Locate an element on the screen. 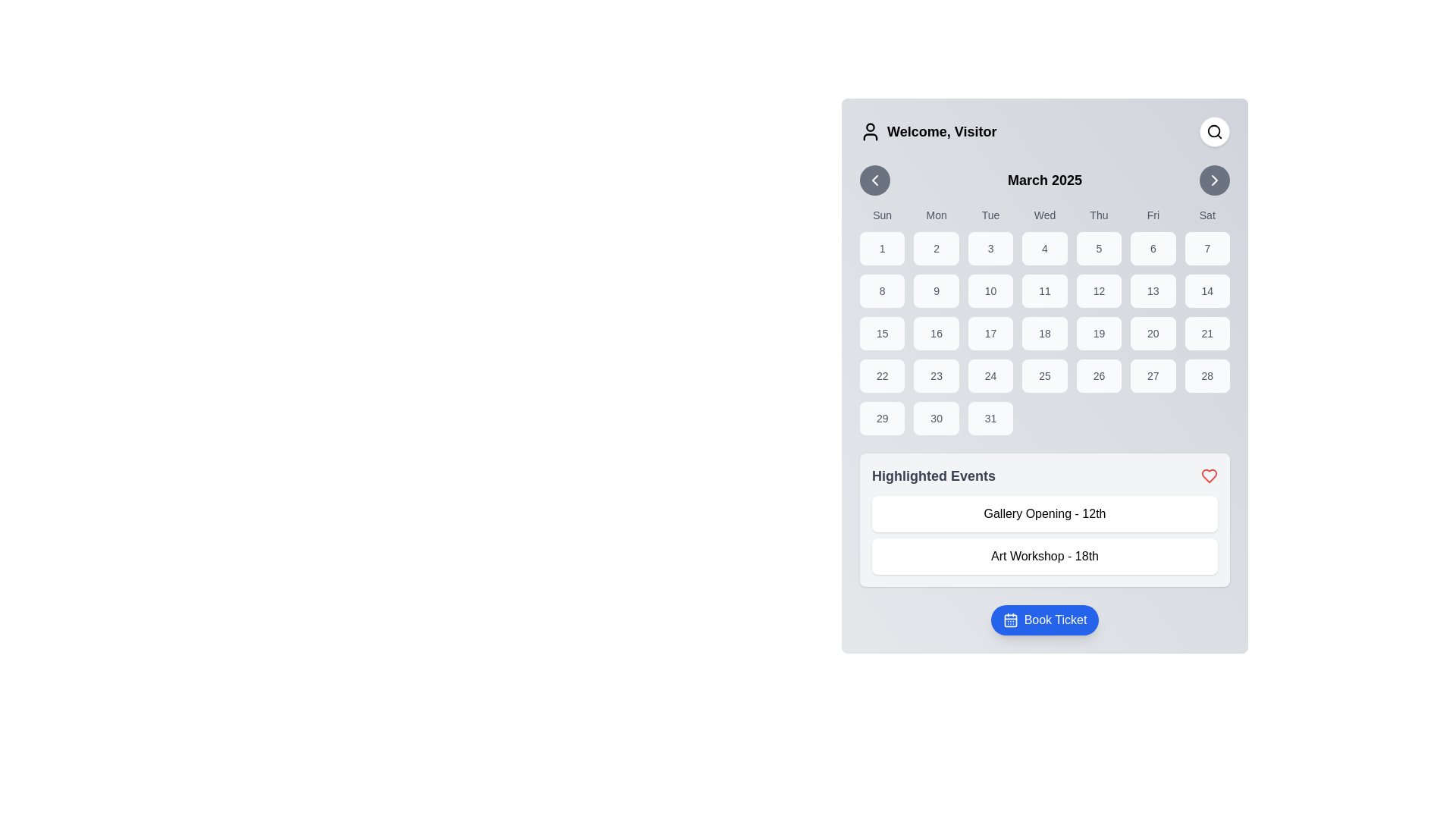 This screenshot has height=819, width=1456. welcoming header text label located at the top center of the interface, which conveys the user's status or greeting is located at coordinates (941, 130).